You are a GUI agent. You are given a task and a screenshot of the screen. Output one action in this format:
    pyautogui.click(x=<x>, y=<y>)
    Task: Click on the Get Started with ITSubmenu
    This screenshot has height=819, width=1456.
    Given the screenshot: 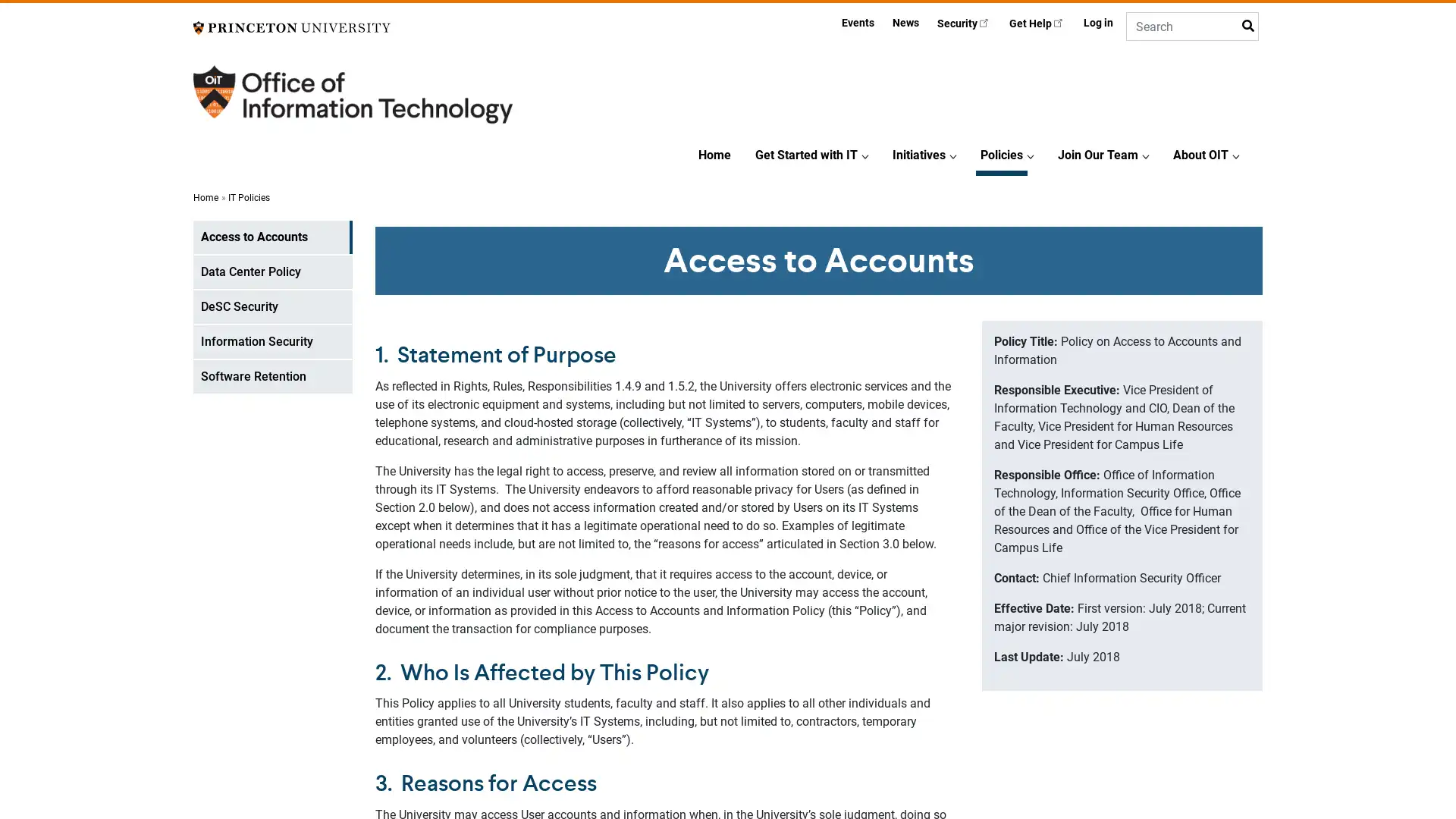 What is the action you would take?
    pyautogui.click(x=865, y=156)
    